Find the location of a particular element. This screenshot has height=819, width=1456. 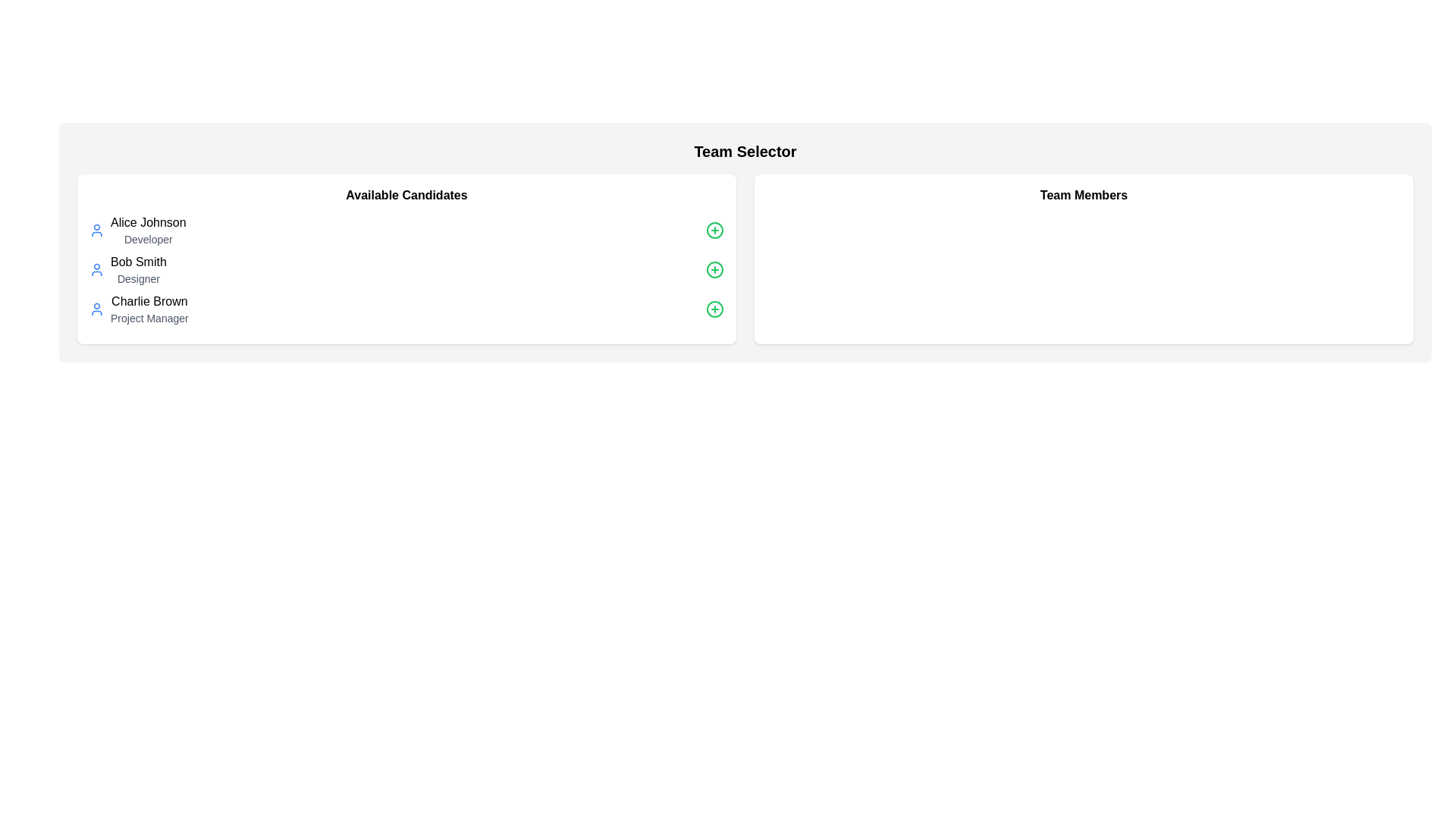

text displayed in the Text Label identifying the user 'Bob Smith', which is the second entry in the list of available candidates is located at coordinates (138, 262).